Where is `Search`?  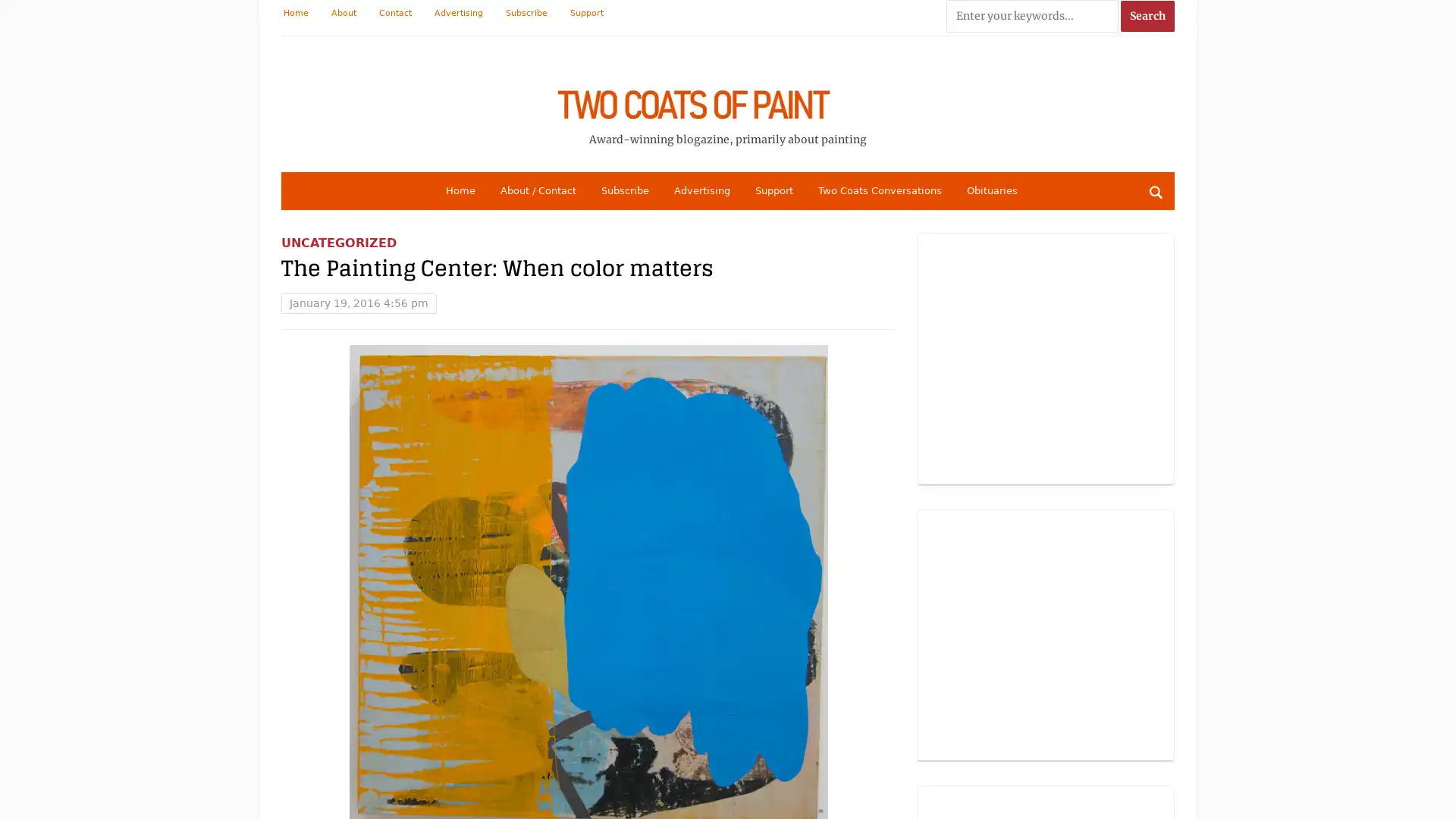 Search is located at coordinates (1147, 16).